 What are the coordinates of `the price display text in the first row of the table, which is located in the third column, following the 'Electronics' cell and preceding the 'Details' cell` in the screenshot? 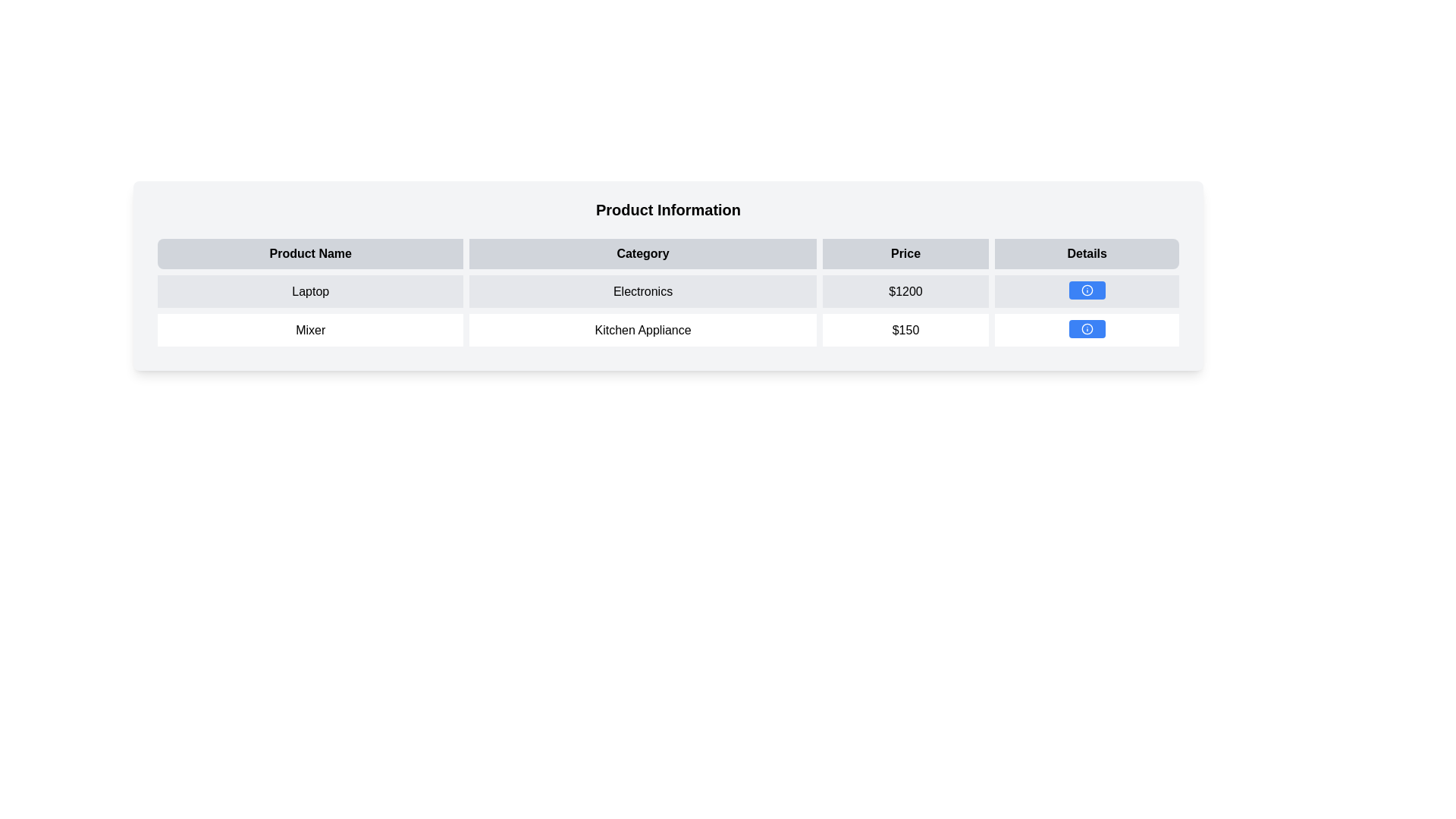 It's located at (905, 291).